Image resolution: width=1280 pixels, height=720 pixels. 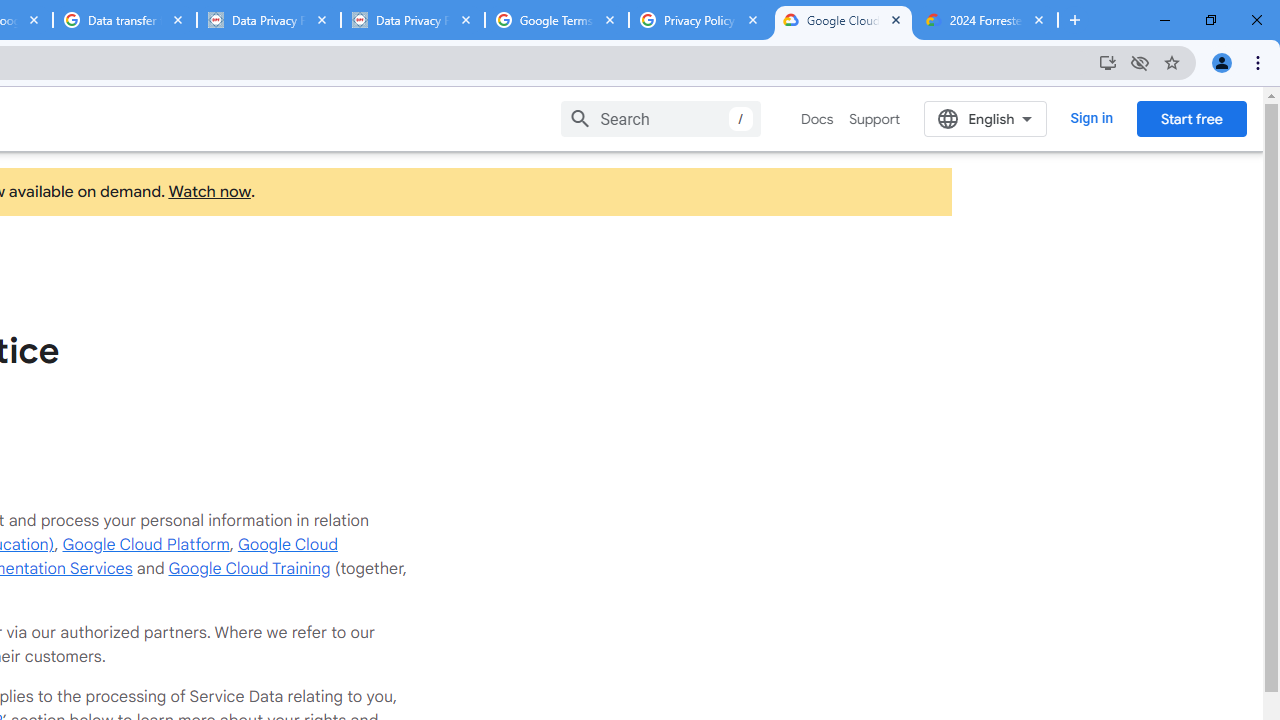 What do you see at coordinates (817, 119) in the screenshot?
I see `'Docs'` at bounding box center [817, 119].